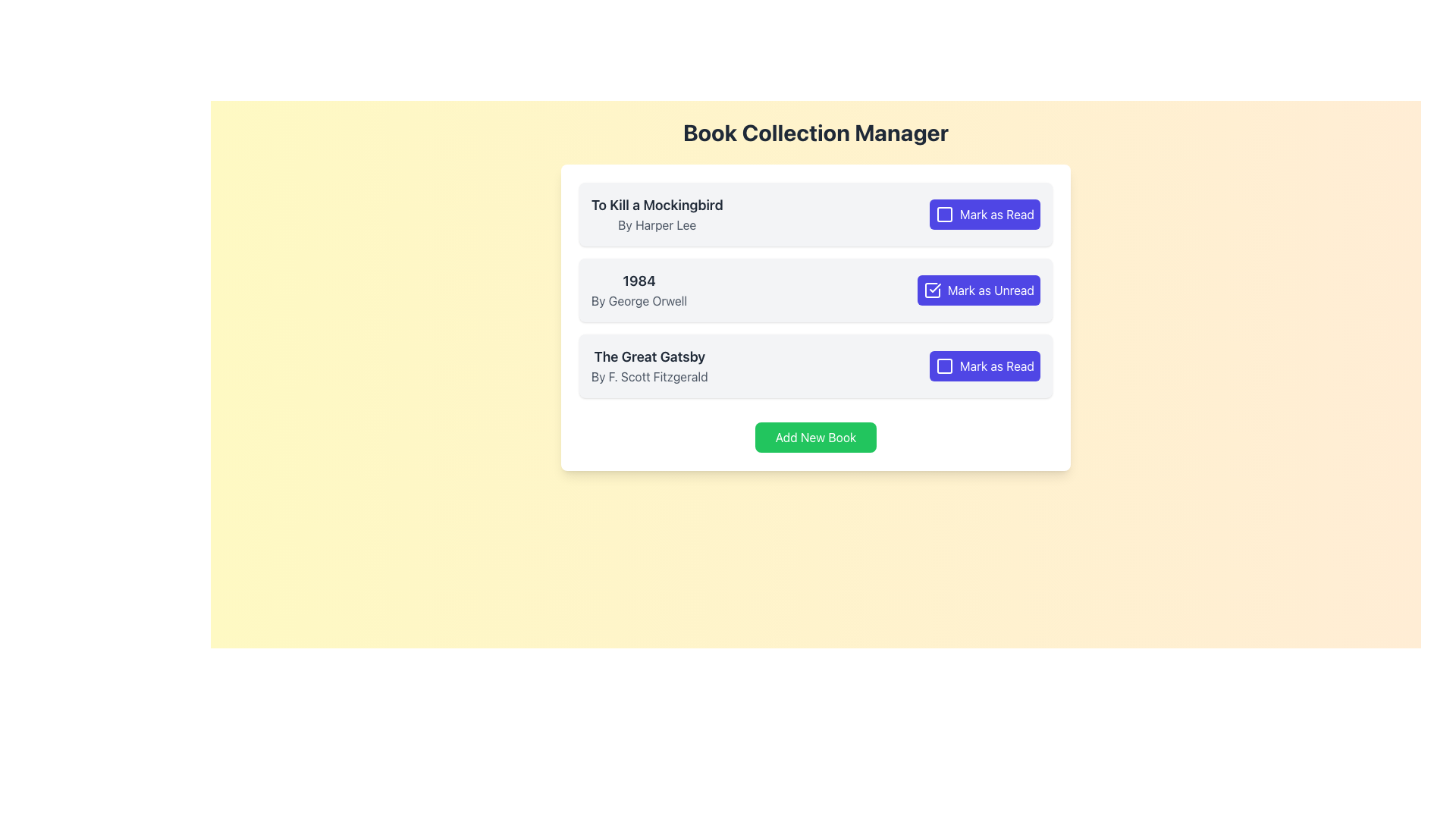  Describe the element at coordinates (649, 356) in the screenshot. I see `the text label displaying the title of the book located in the bottom row of a list, positioned above 'By F. Scott Fitzgerald' and to the left of the 'Mark as Read' button` at that location.